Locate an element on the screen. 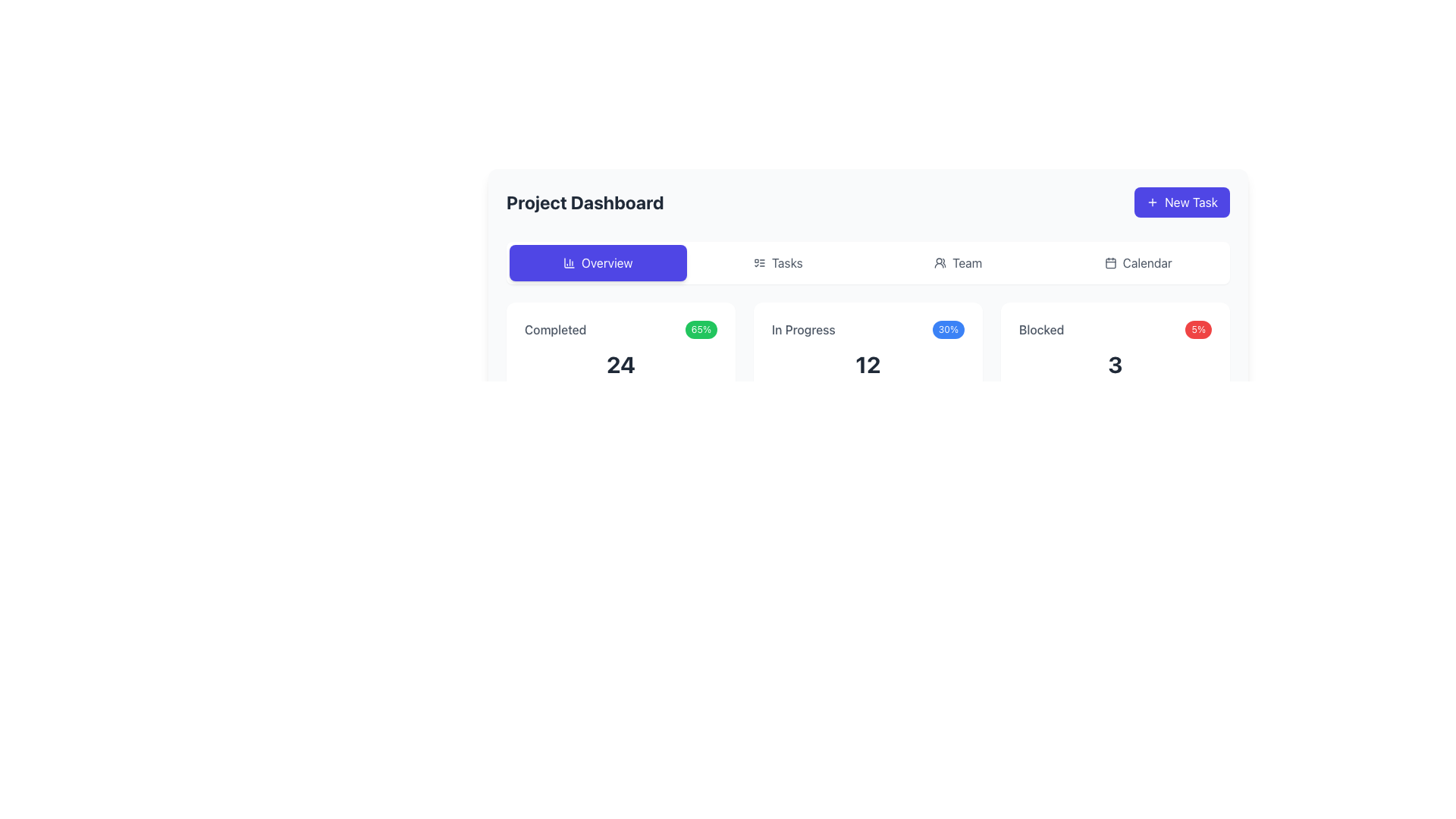  the Informational Card displaying 'In Progress' with a blue circular badge indicating '30%' and a bold number '12', located in the second position of three cards in a grid layout is located at coordinates (868, 359).